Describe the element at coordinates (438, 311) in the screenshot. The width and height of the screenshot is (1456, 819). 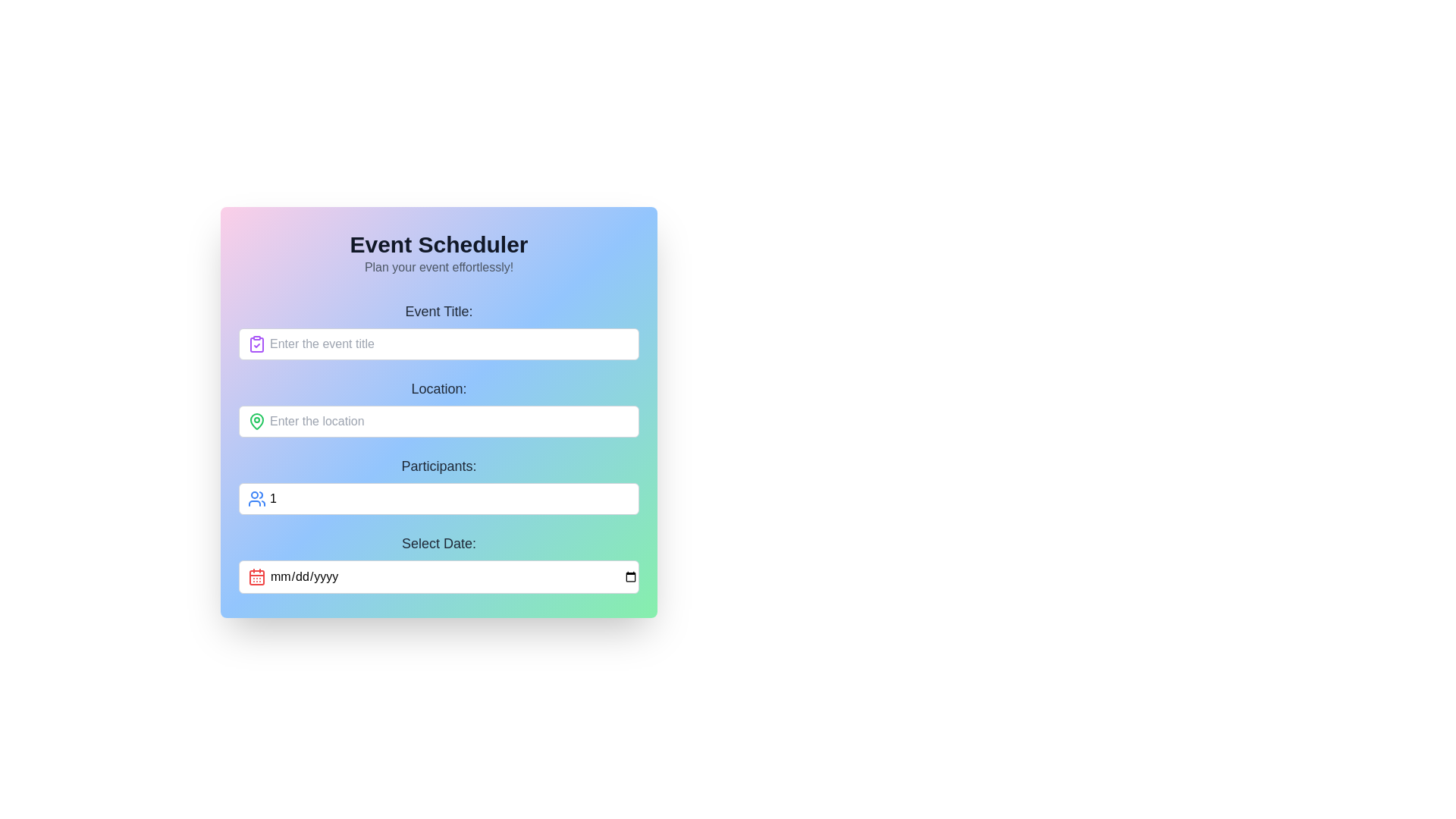
I see `the text label displaying 'Event Title:' which is positioned at the top of the form, directly above the input field with placeholder 'Enter the event title'` at that location.